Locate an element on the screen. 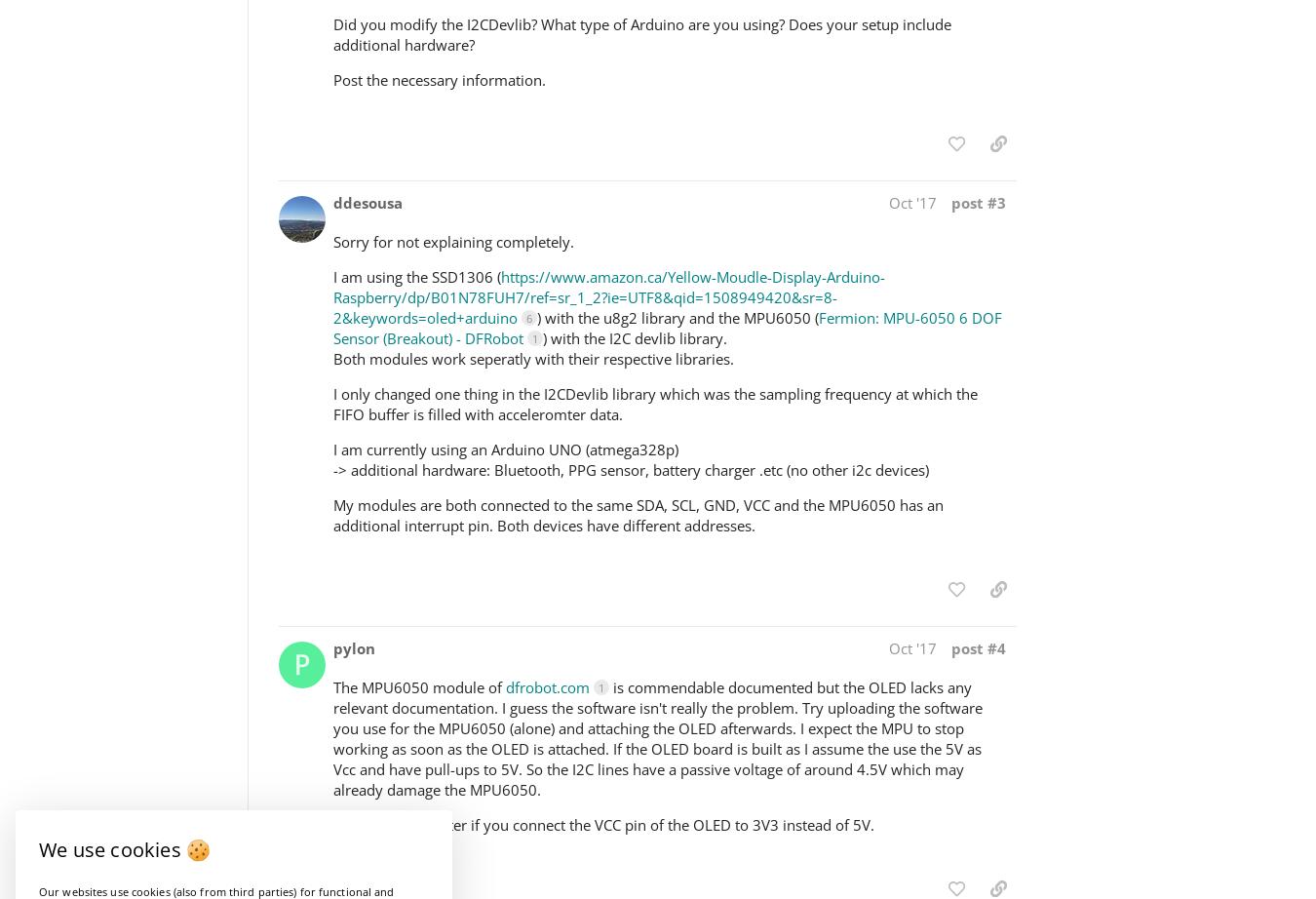  'It might work better if you connect the VCC pin of the OLED to 3V3 instead of 5V.' is located at coordinates (603, 823).